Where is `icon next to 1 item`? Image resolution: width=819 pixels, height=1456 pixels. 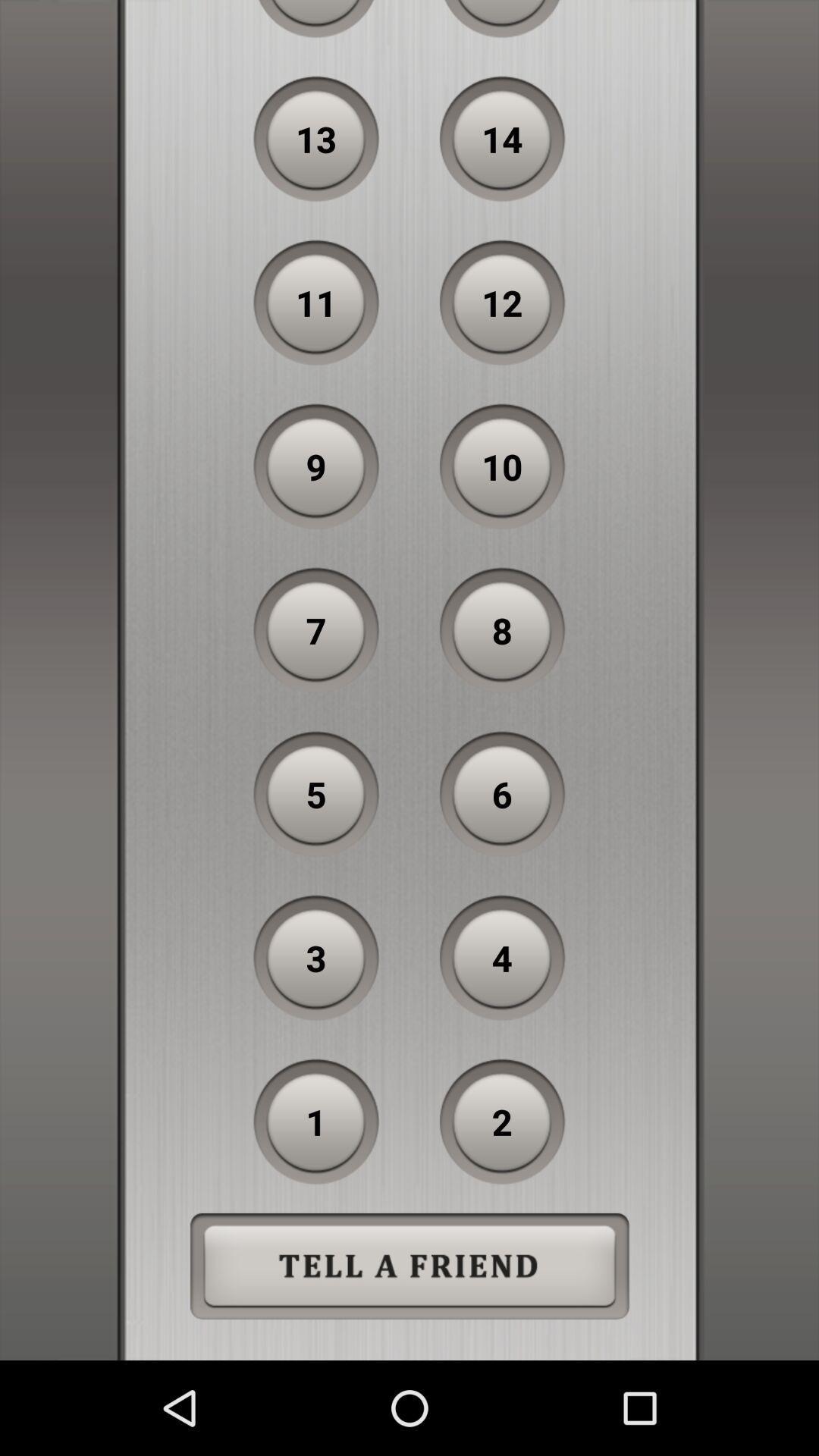 icon next to 1 item is located at coordinates (502, 1122).